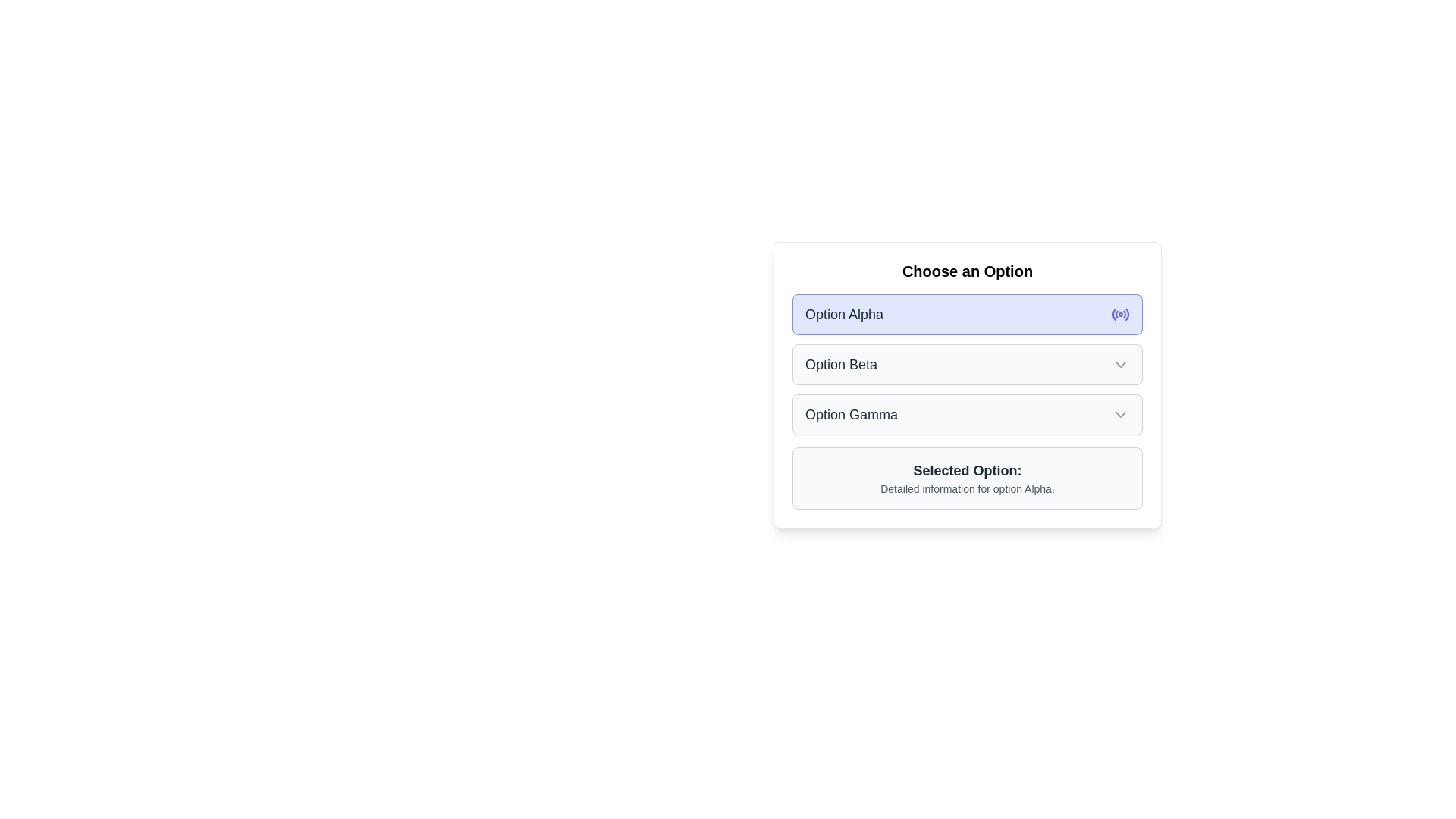 The image size is (1456, 819). Describe the element at coordinates (967, 271) in the screenshot. I see `the static text element that serves as a heading or title for the options below it in the card layout` at that location.